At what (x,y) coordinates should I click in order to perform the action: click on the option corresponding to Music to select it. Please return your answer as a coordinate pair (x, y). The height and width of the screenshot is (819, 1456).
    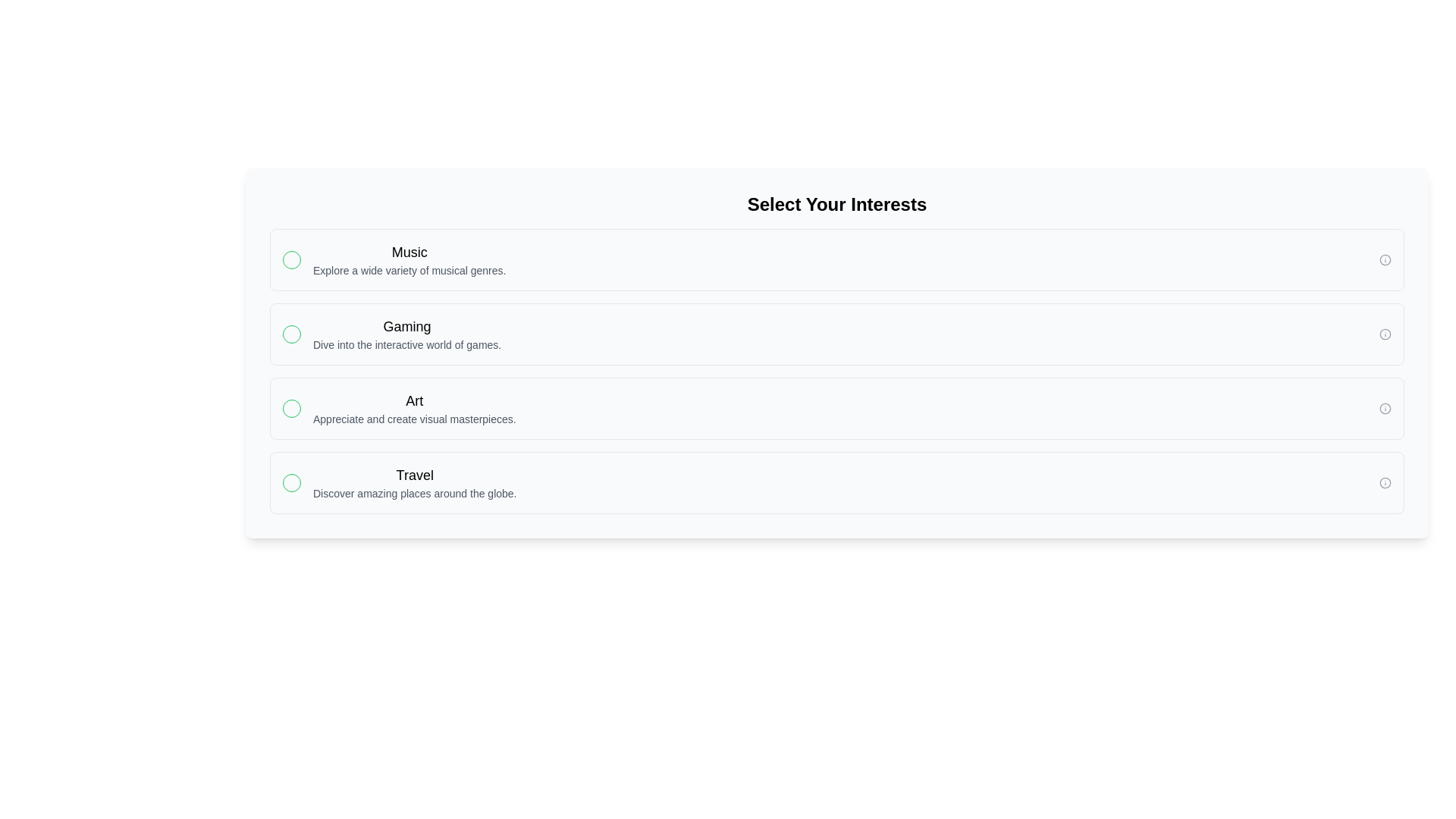
    Looking at the image, I should click on (836, 259).